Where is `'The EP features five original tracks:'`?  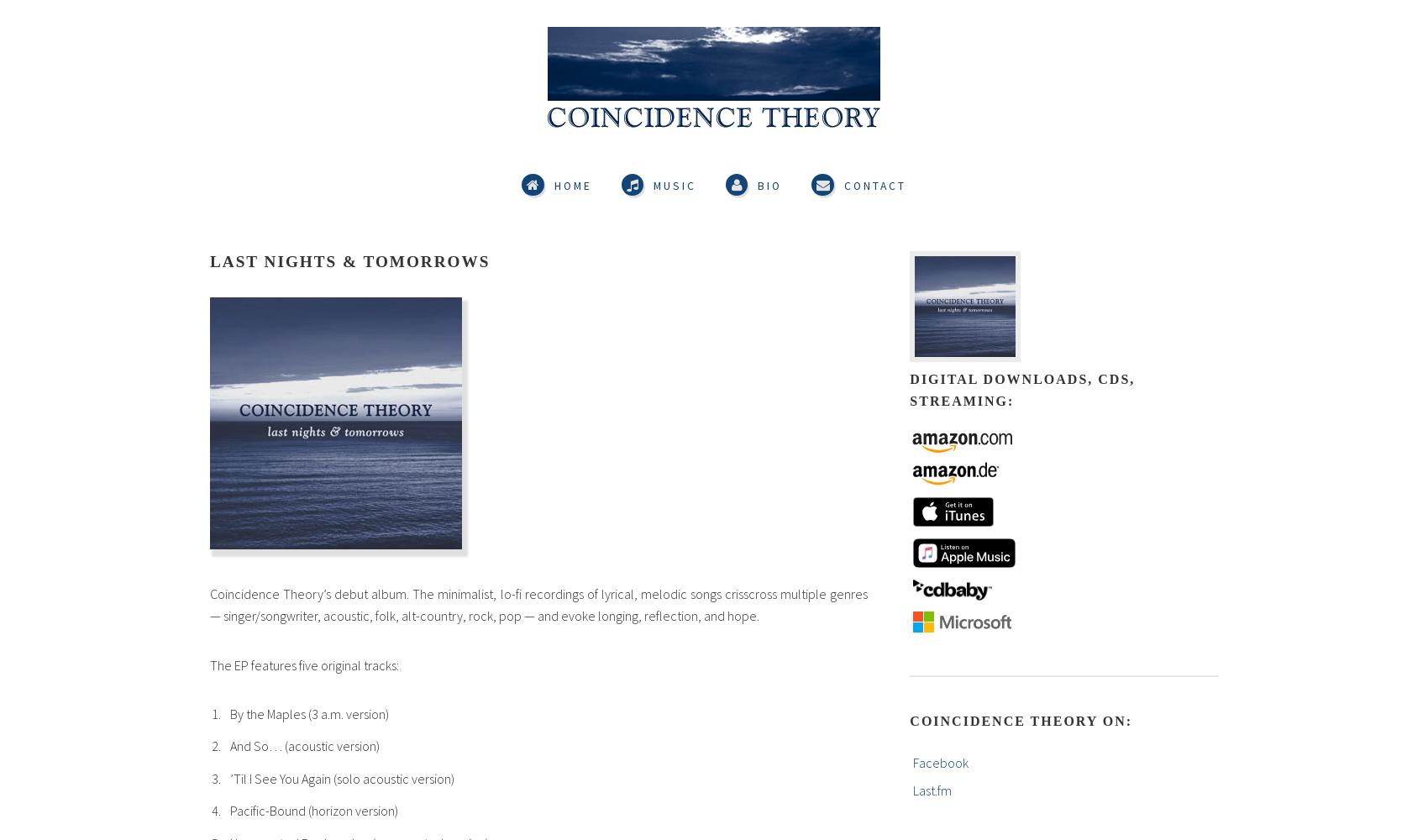
'The EP features five original tracks:' is located at coordinates (210, 664).